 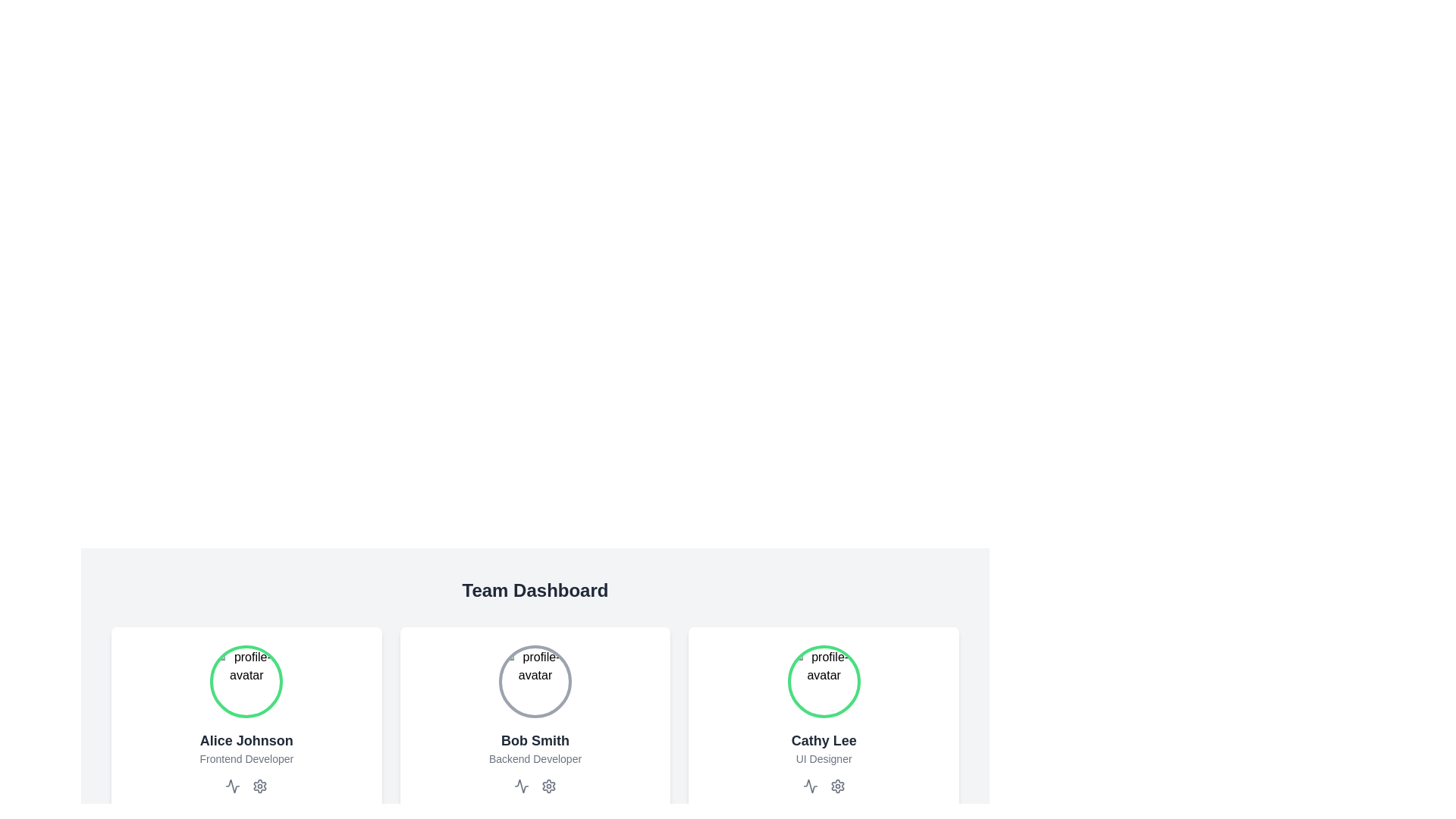 What do you see at coordinates (823, 680) in the screenshot?
I see `the circular profile avatar image with a green border representing user 'Cathy Lee', located at the top-center of the third card below the 'Team Dashboard' heading` at bounding box center [823, 680].